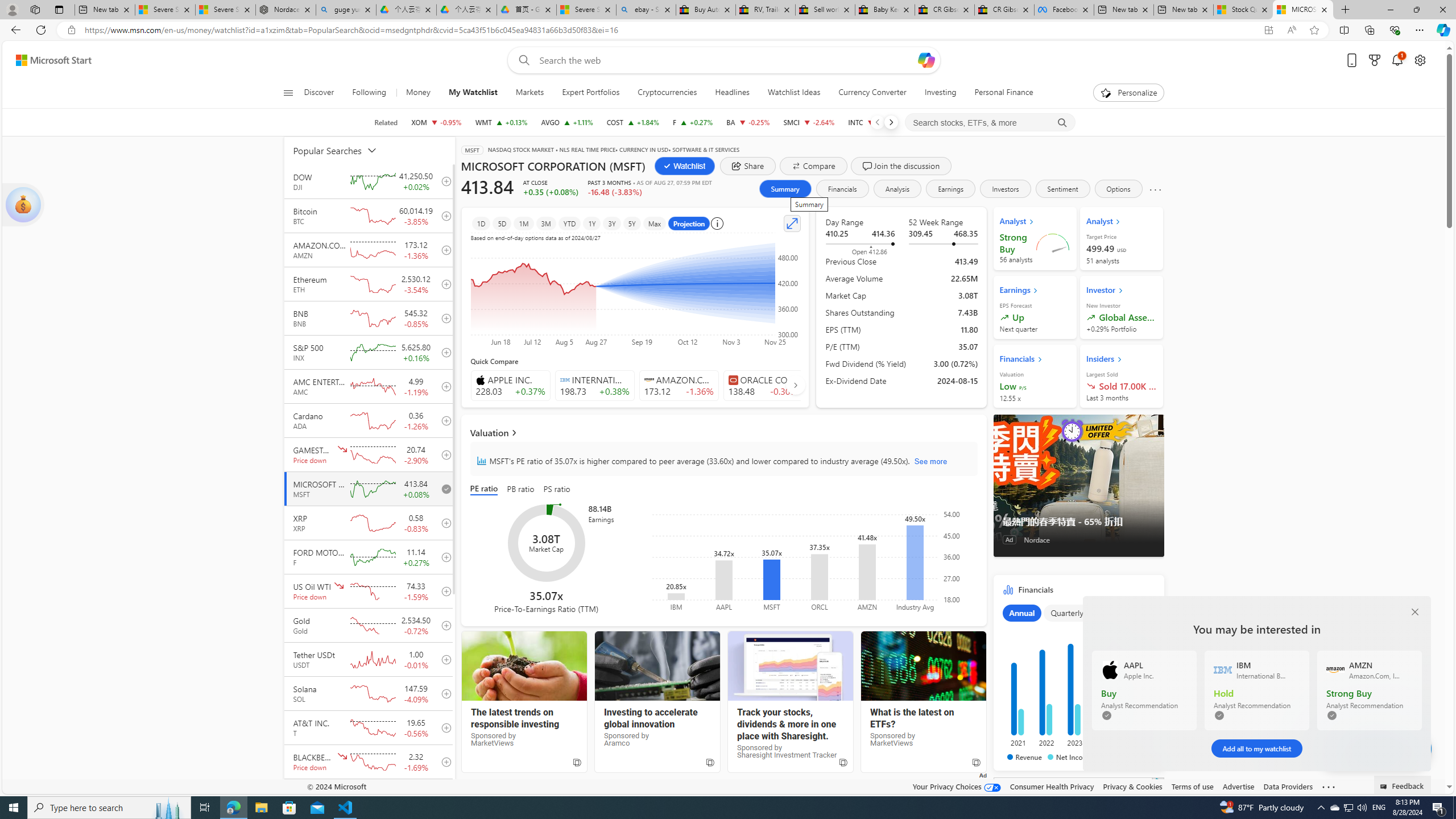 The width and height of the screenshot is (1456, 819). What do you see at coordinates (346, 9) in the screenshot?
I see `'guge yunpan - Search'` at bounding box center [346, 9].